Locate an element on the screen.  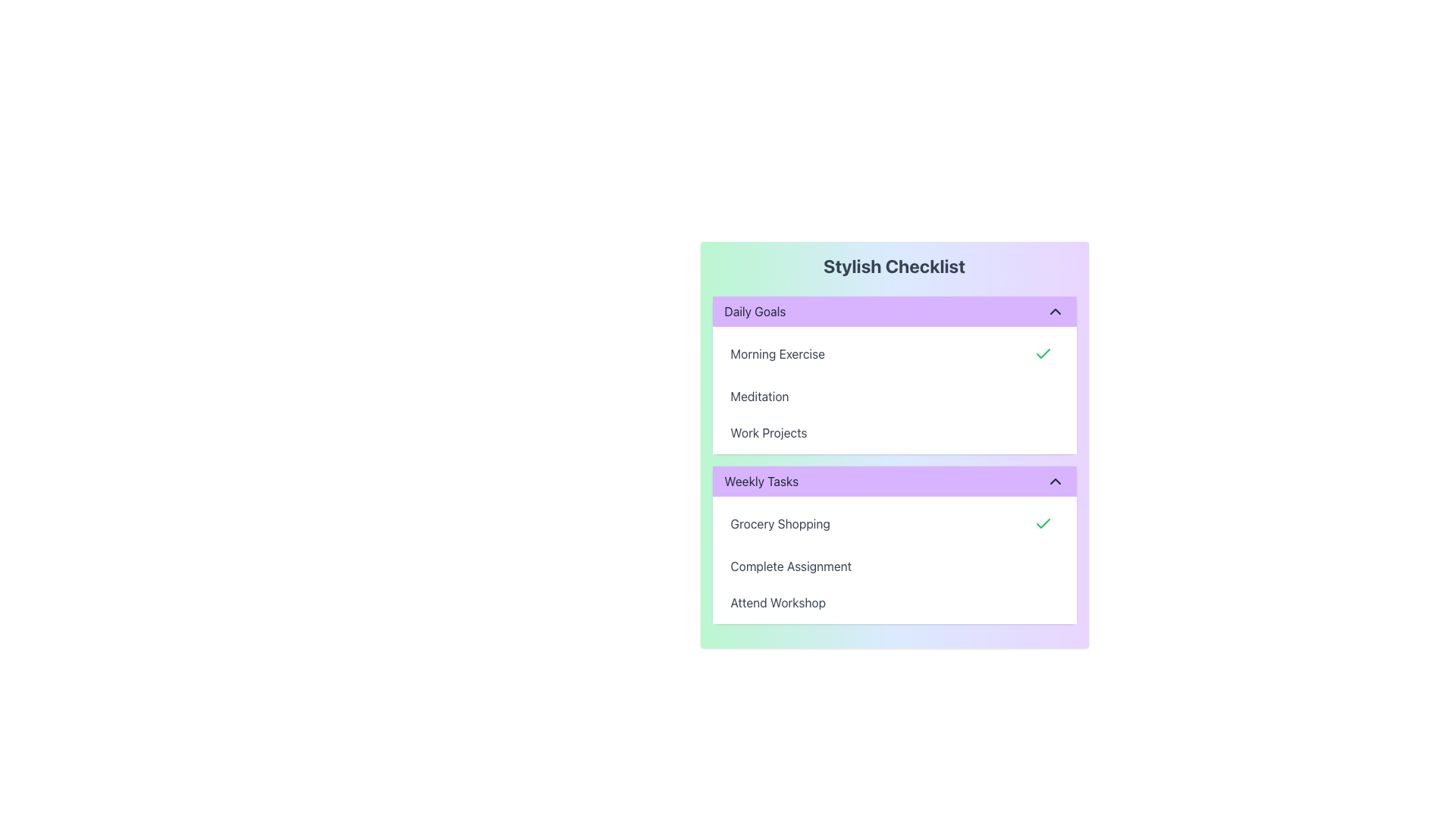
the 'Weekly Tasks' text label is located at coordinates (761, 482).